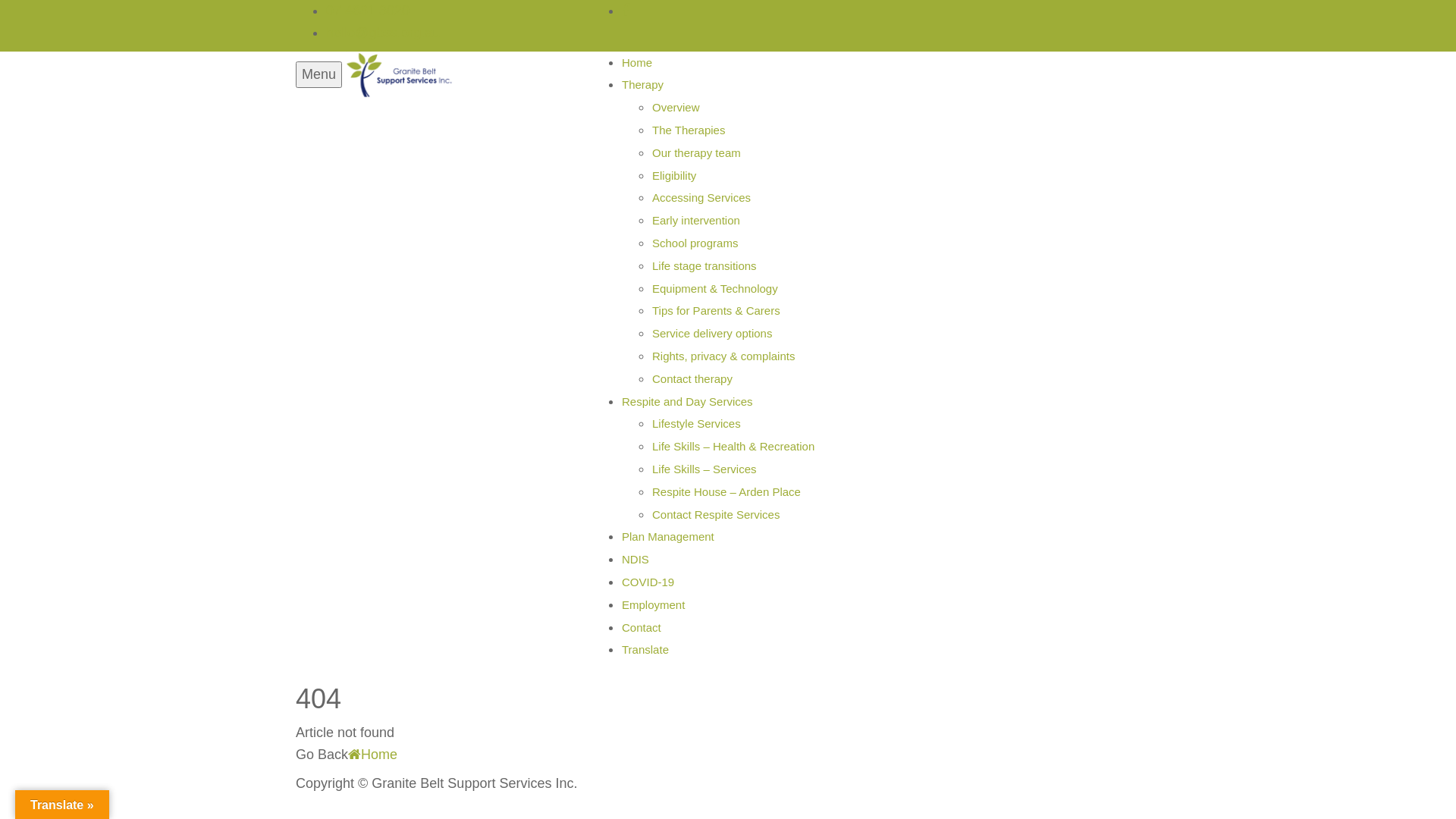 This screenshot has width=1456, height=819. Describe the element at coordinates (714, 288) in the screenshot. I see `'Equipment & Technology'` at that location.